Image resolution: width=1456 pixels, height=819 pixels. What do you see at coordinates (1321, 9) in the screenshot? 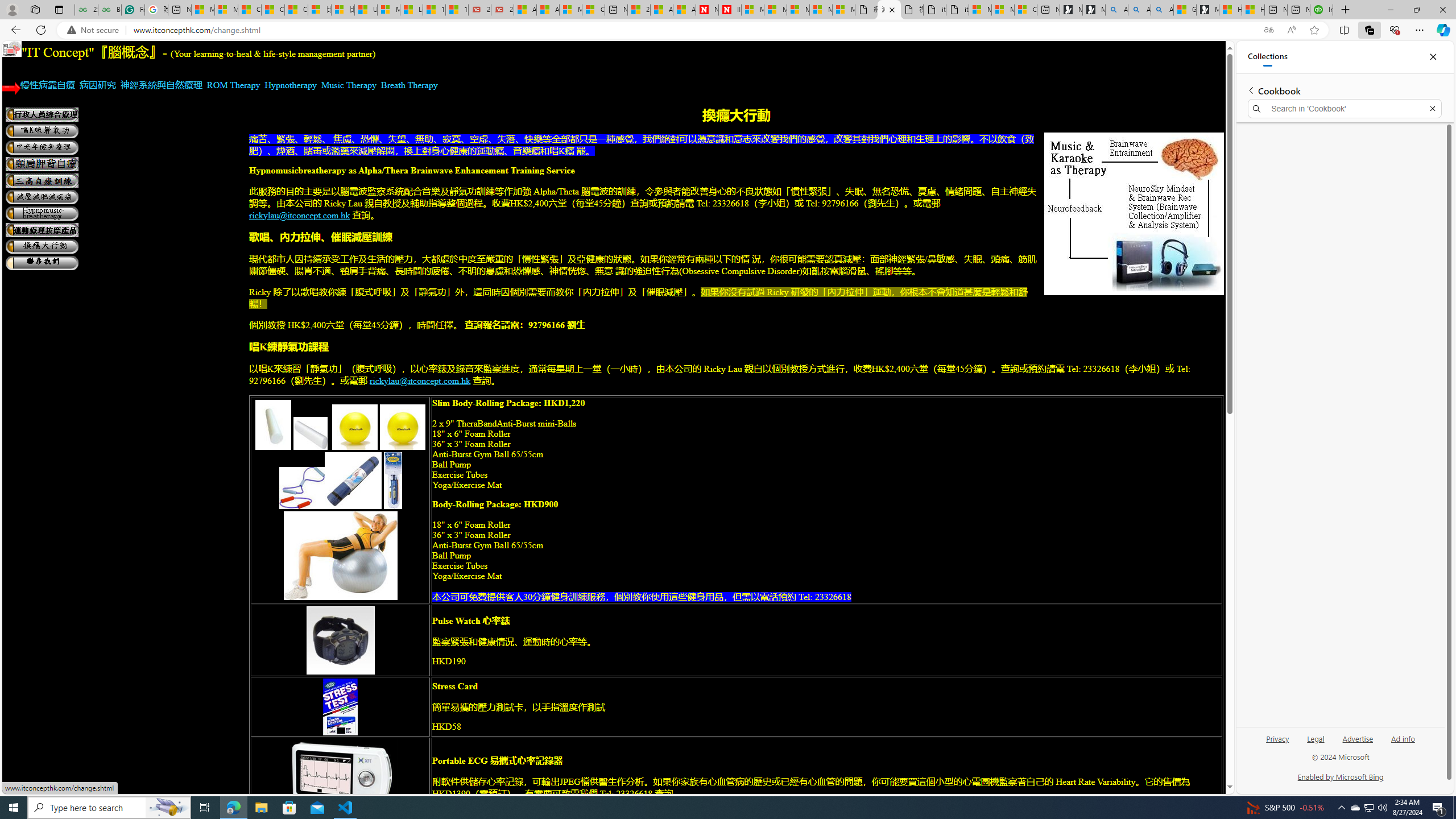
I see `'Intuit QuickBooks Online - Quickbooks'` at bounding box center [1321, 9].